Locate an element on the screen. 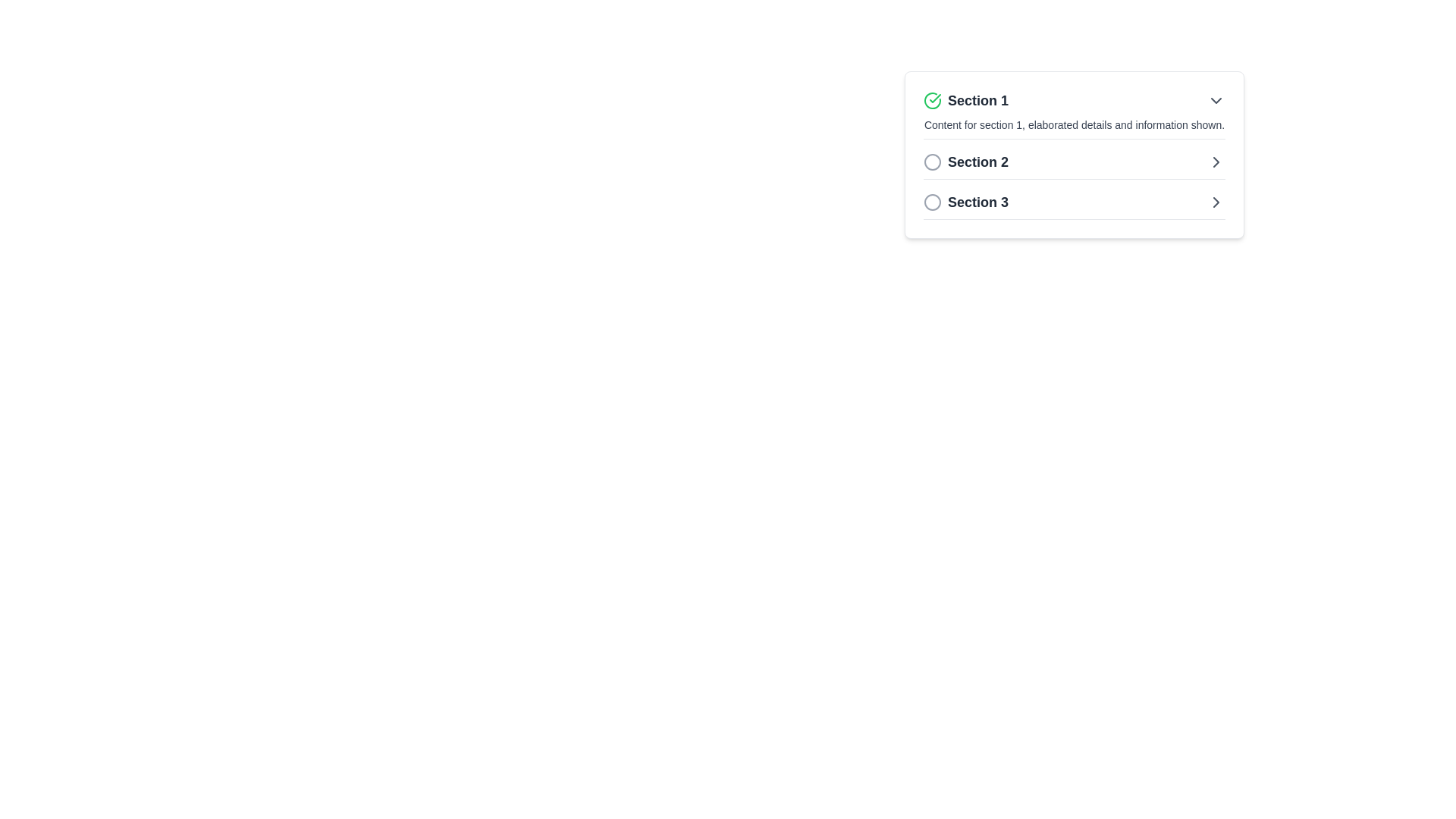 The height and width of the screenshot is (819, 1456). the chevron icon located at the far right side of the row labeled 'Section 2' is located at coordinates (1216, 162).